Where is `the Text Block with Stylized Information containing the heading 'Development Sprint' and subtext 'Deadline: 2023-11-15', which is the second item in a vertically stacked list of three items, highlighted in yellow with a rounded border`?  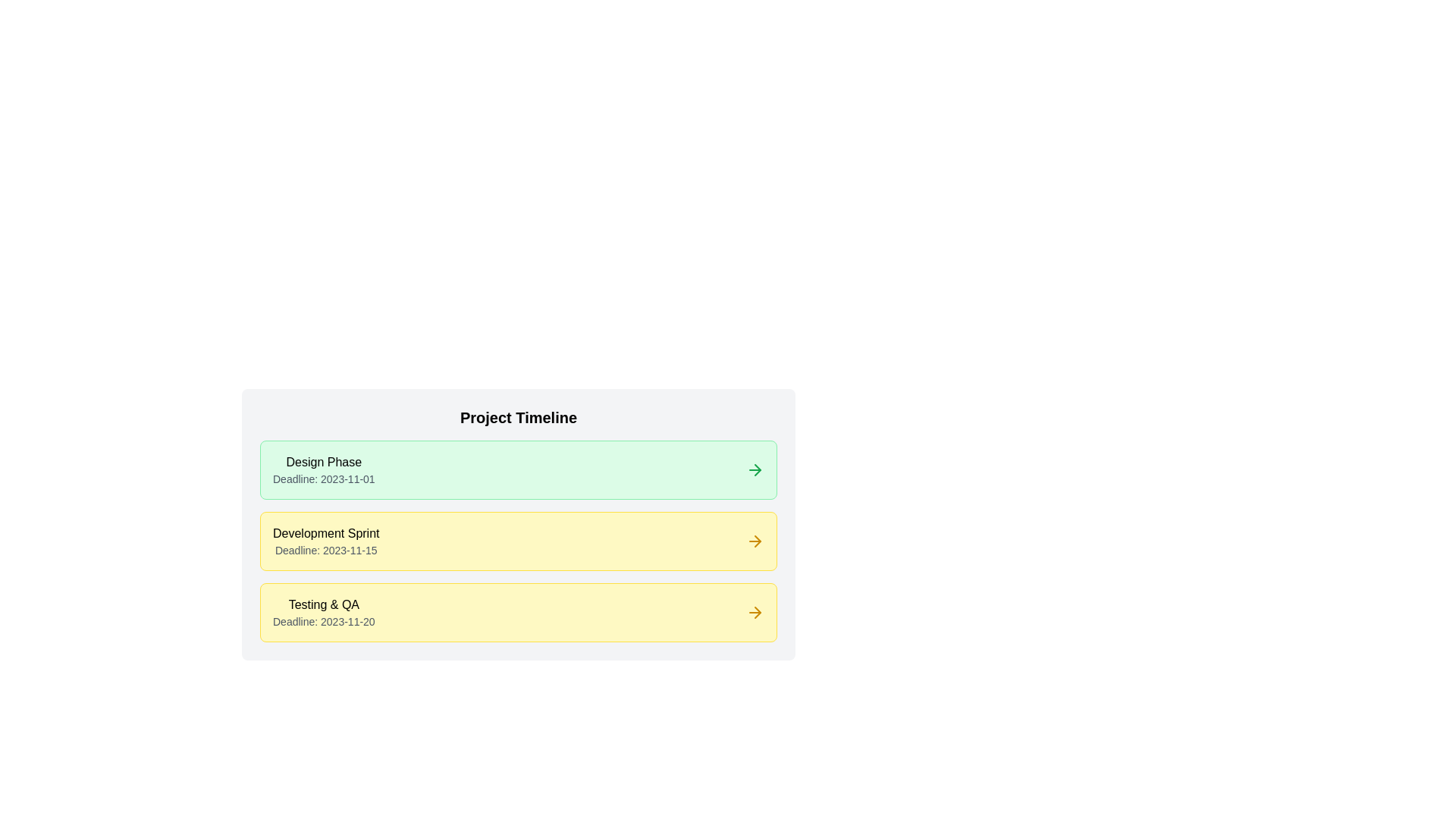
the Text Block with Stylized Information containing the heading 'Development Sprint' and subtext 'Deadline: 2023-11-15', which is the second item in a vertically stacked list of three items, highlighted in yellow with a rounded border is located at coordinates (325, 540).